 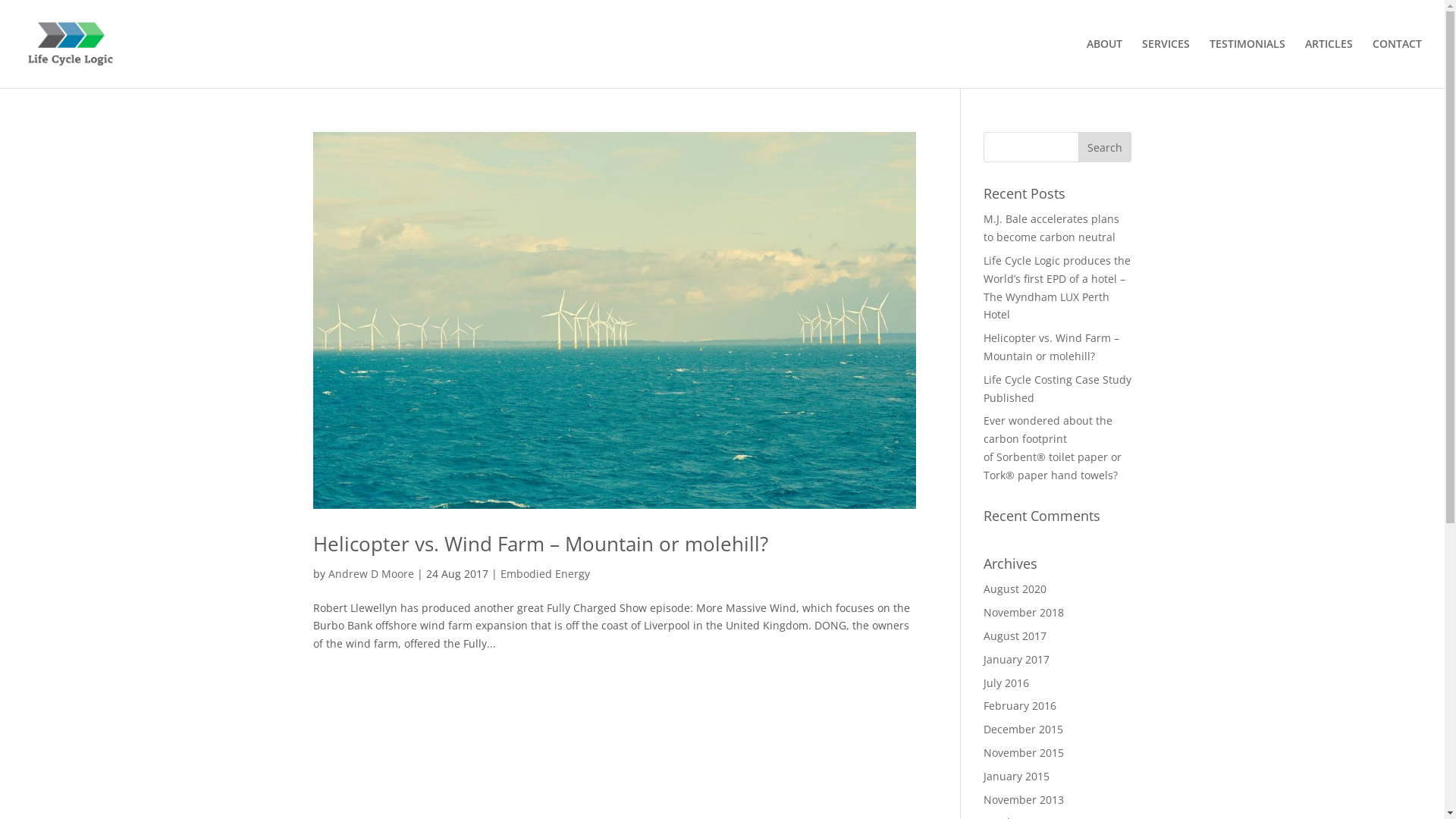 I want to click on 'January 2017', so click(x=1016, y=658).